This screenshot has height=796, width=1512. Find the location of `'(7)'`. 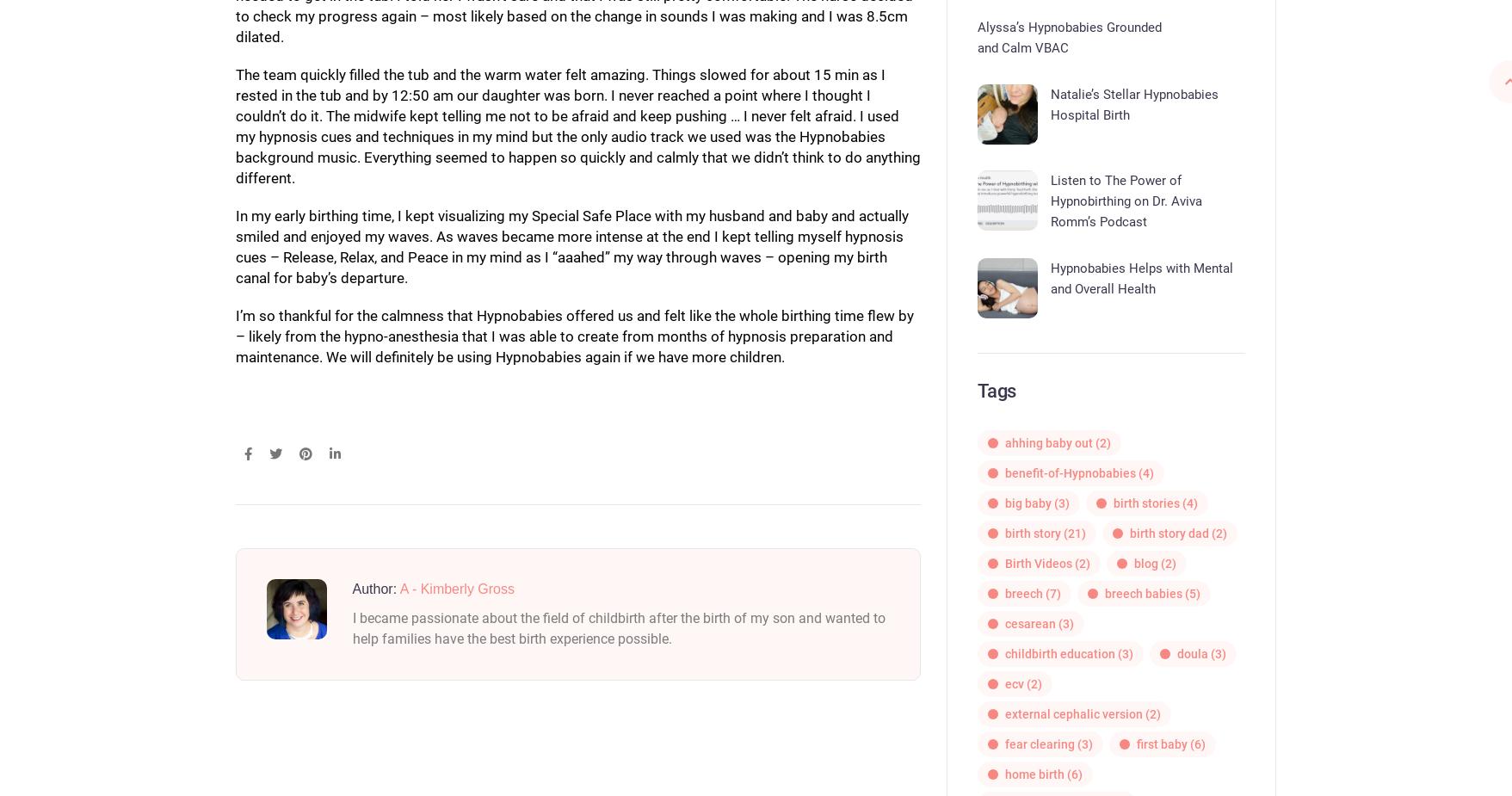

'(7)' is located at coordinates (1051, 593).